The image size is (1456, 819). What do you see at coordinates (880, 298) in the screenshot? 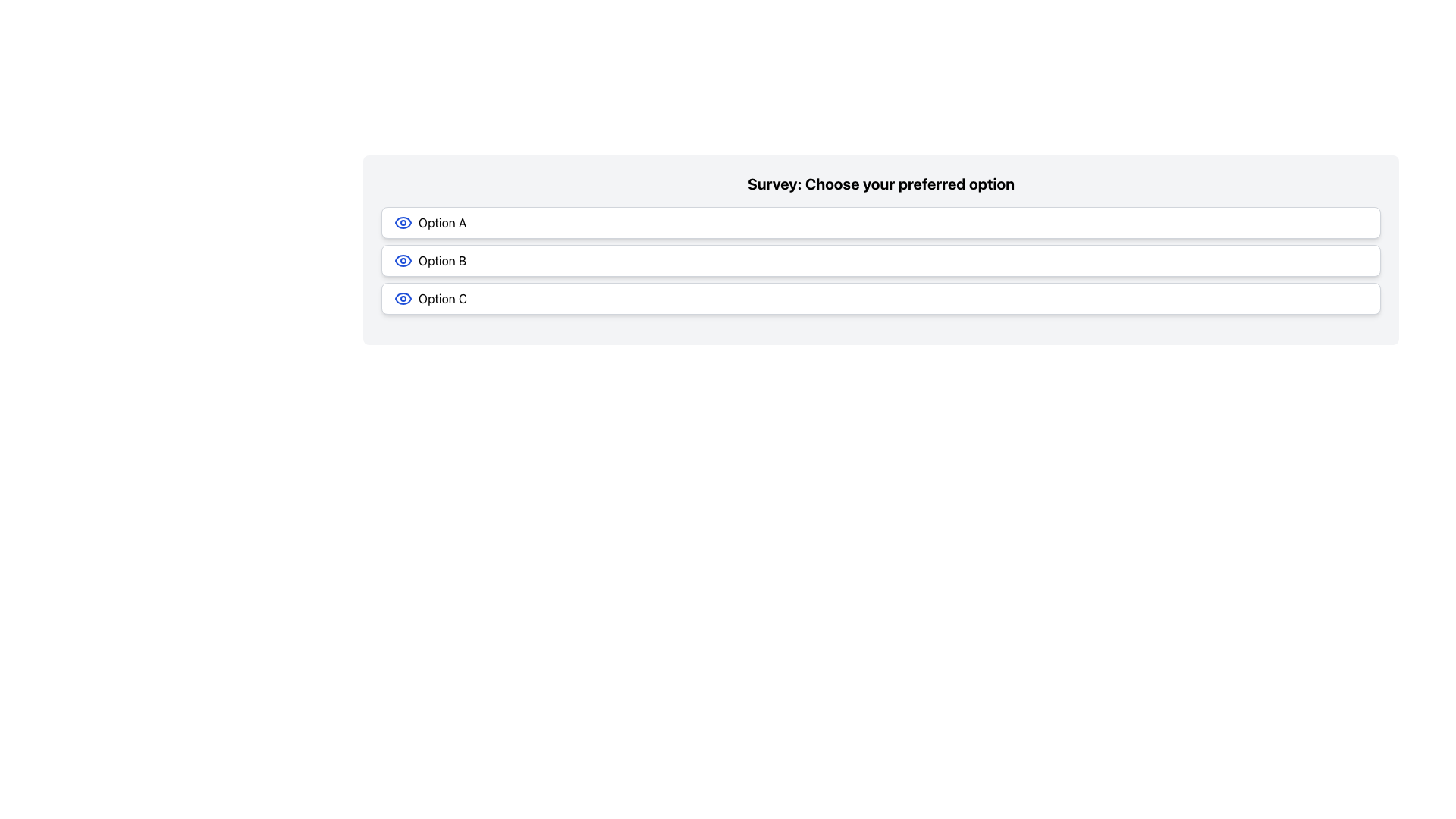
I see `the Button labeled 'Option C', which is the third option under the 'Survey: Choose your preferred option' section` at bounding box center [880, 298].